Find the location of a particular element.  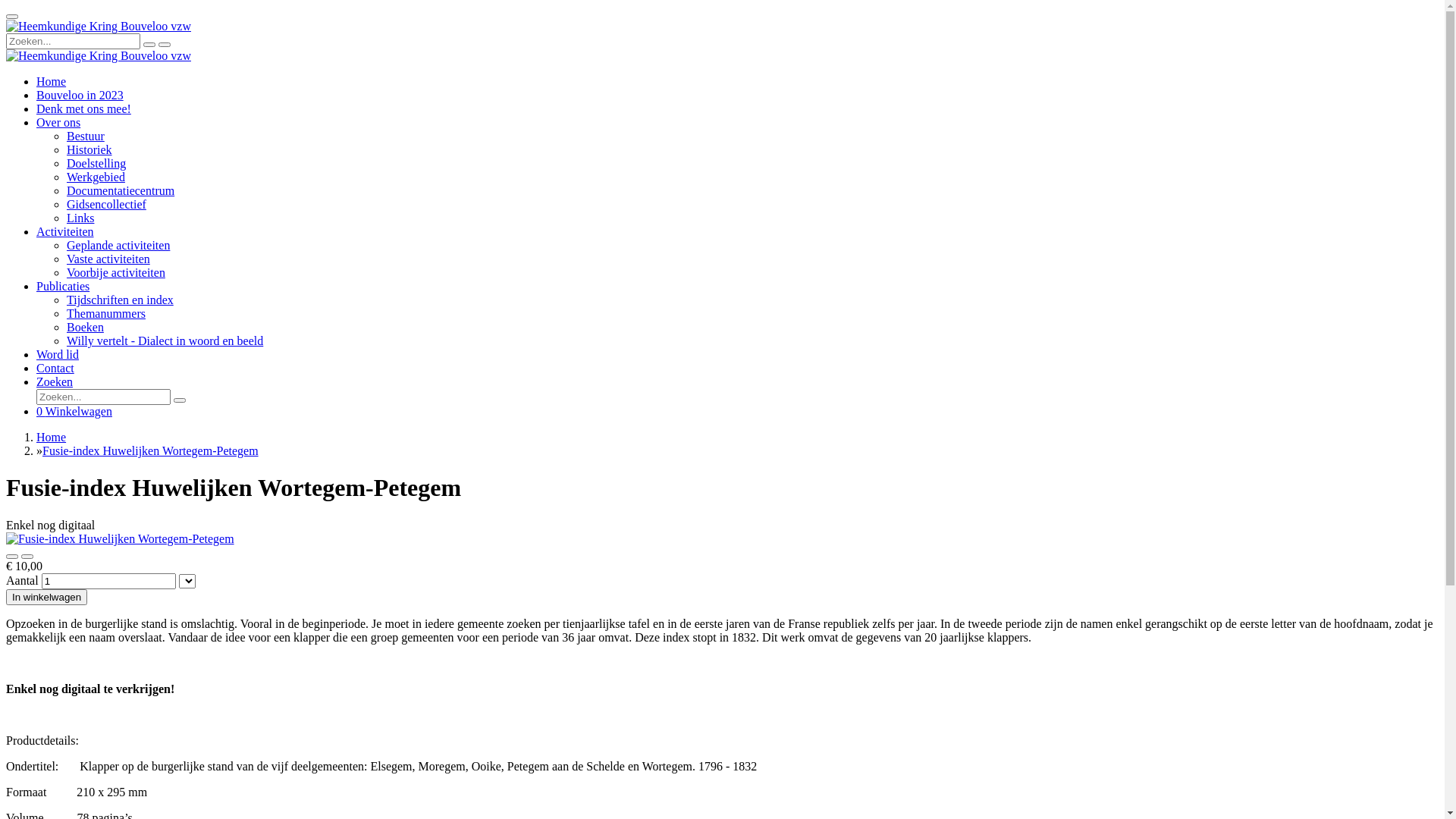

'Zoeken' is located at coordinates (36, 381).